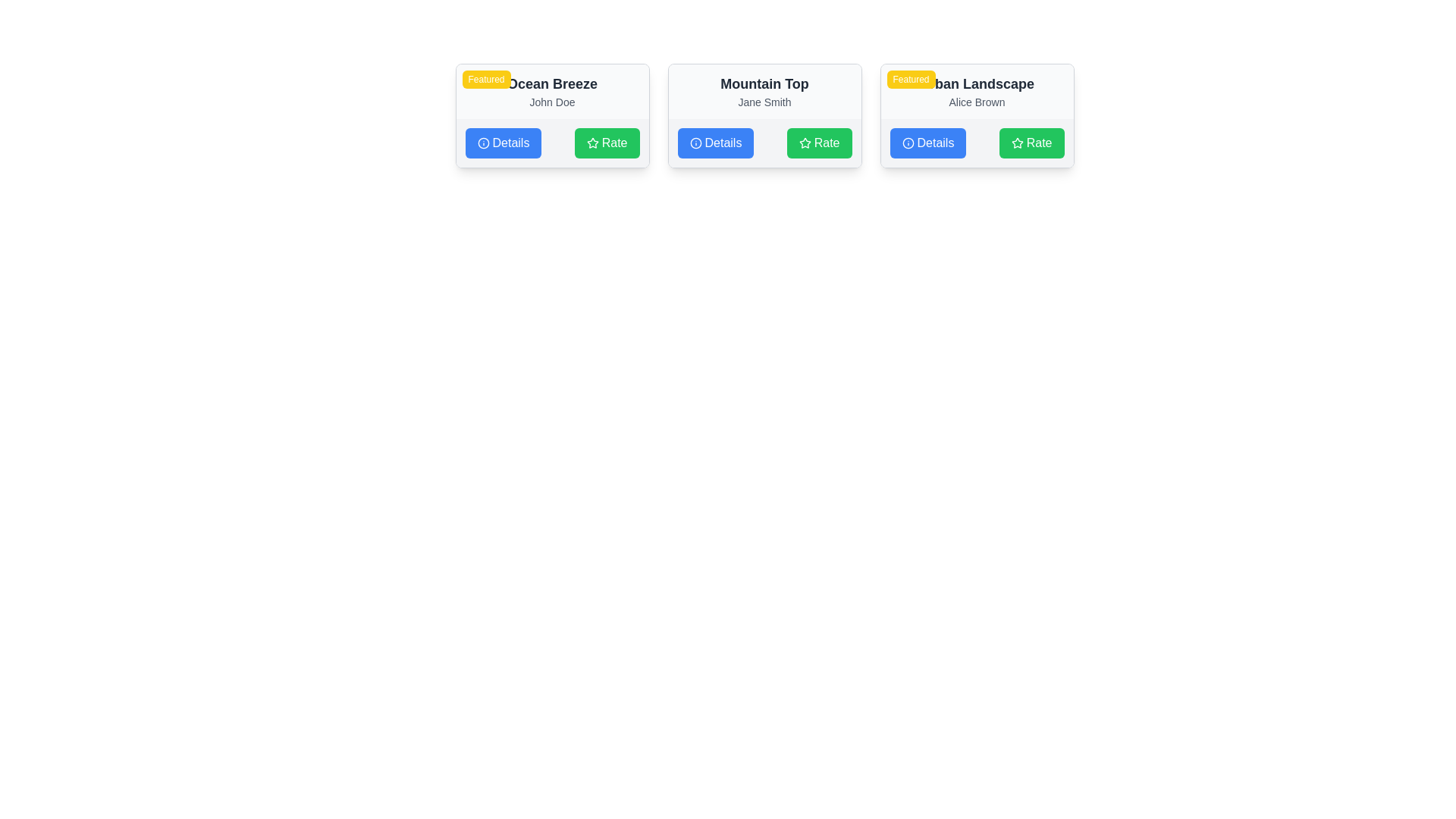 Image resolution: width=1456 pixels, height=819 pixels. What do you see at coordinates (977, 84) in the screenshot?
I see `the Text Label that serves as a heading or title for the item, located to the immediate right of the 'Featured' badge and above the text 'Alice Brown'` at bounding box center [977, 84].